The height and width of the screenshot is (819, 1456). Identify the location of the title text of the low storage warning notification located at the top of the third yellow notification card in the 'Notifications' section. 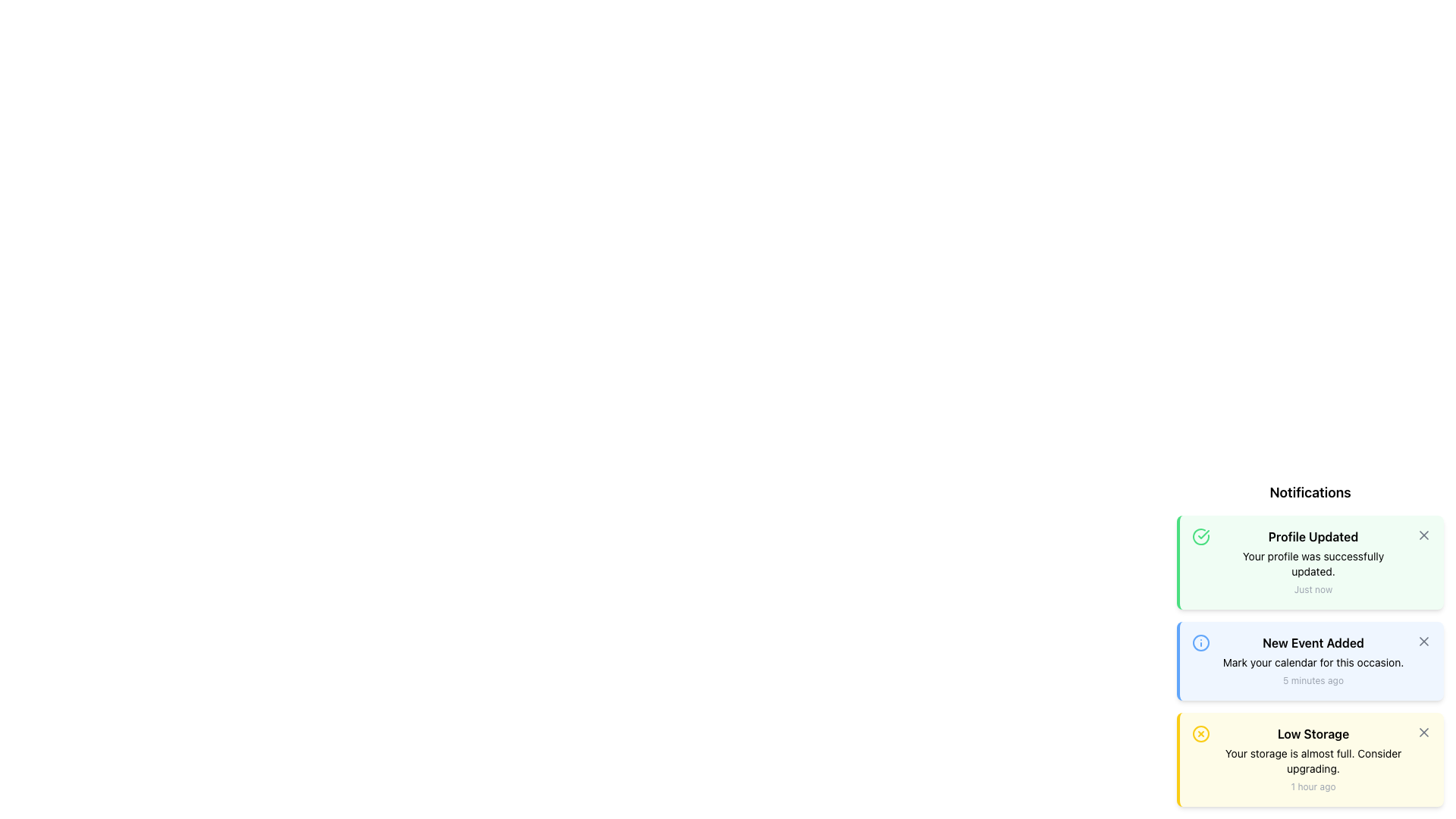
(1313, 733).